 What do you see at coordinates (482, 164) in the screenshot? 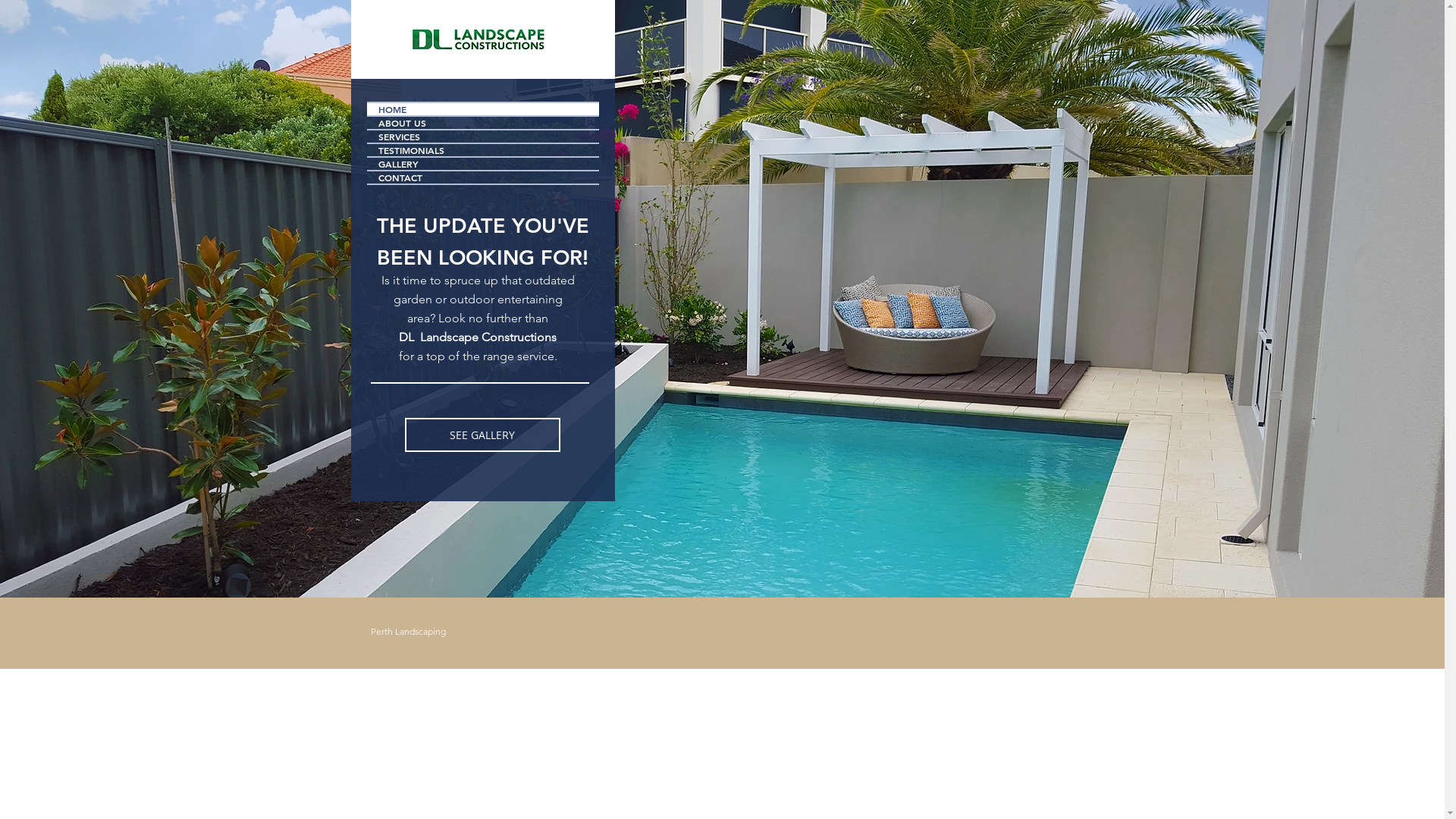
I see `'GALLERY'` at bounding box center [482, 164].